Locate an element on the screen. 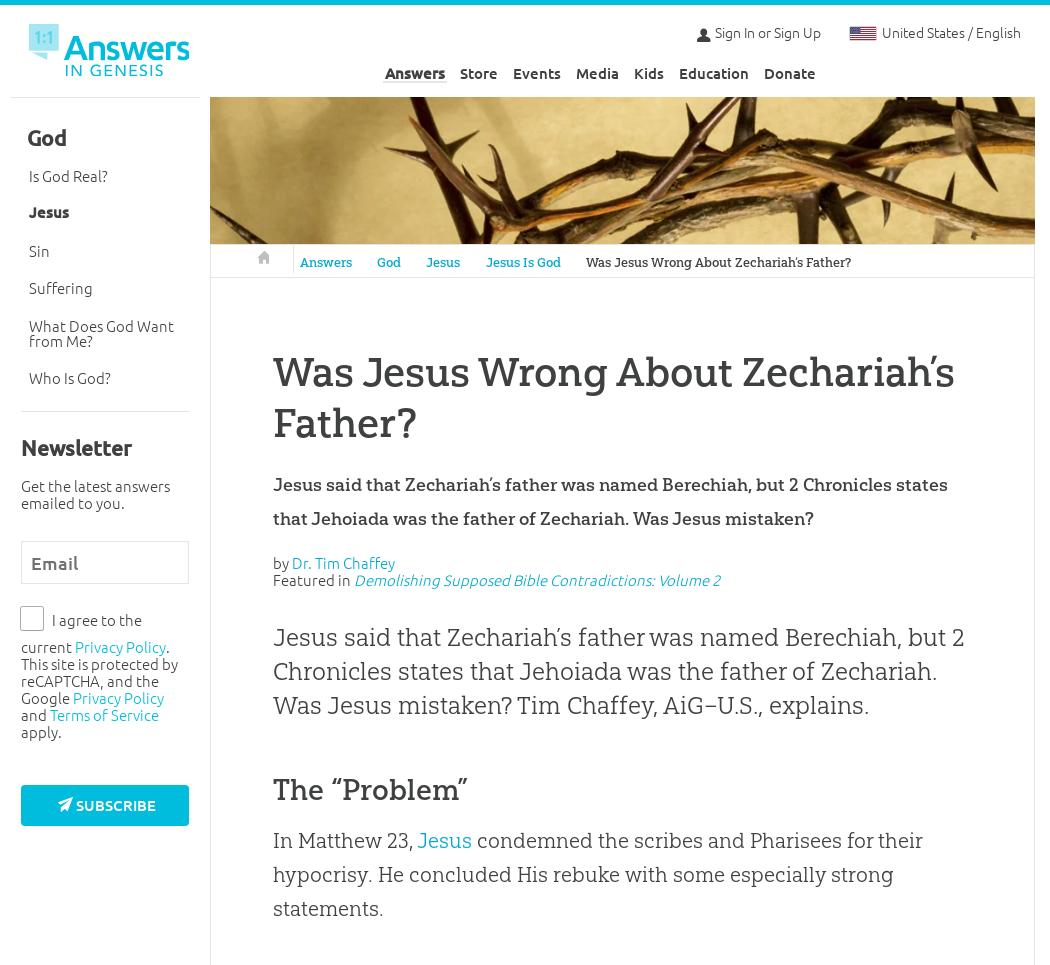 Image resolution: width=1050 pixels, height=965 pixels. '.' is located at coordinates (168, 646).